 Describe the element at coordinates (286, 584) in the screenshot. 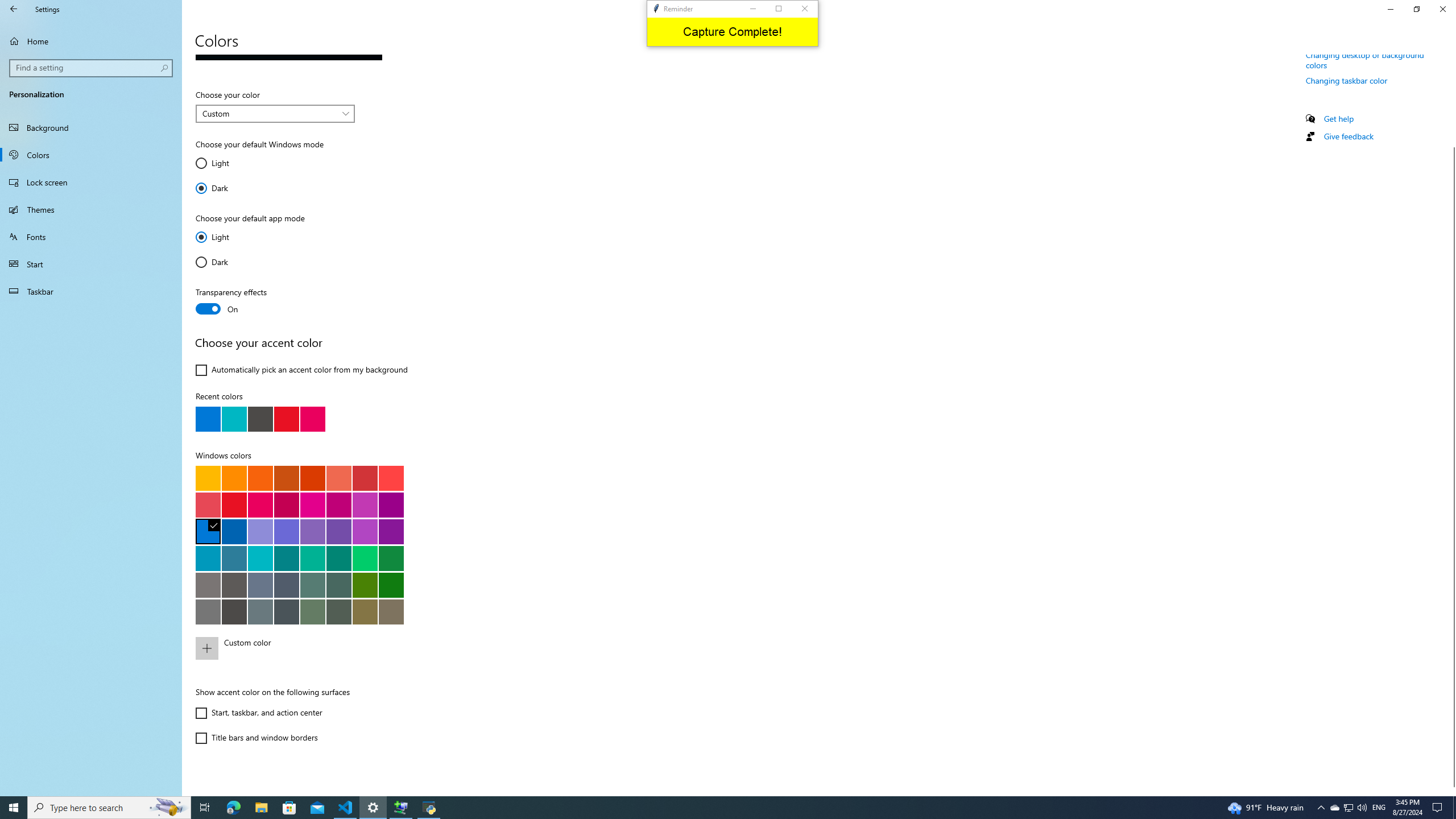

I see `'Metal blue'` at that location.